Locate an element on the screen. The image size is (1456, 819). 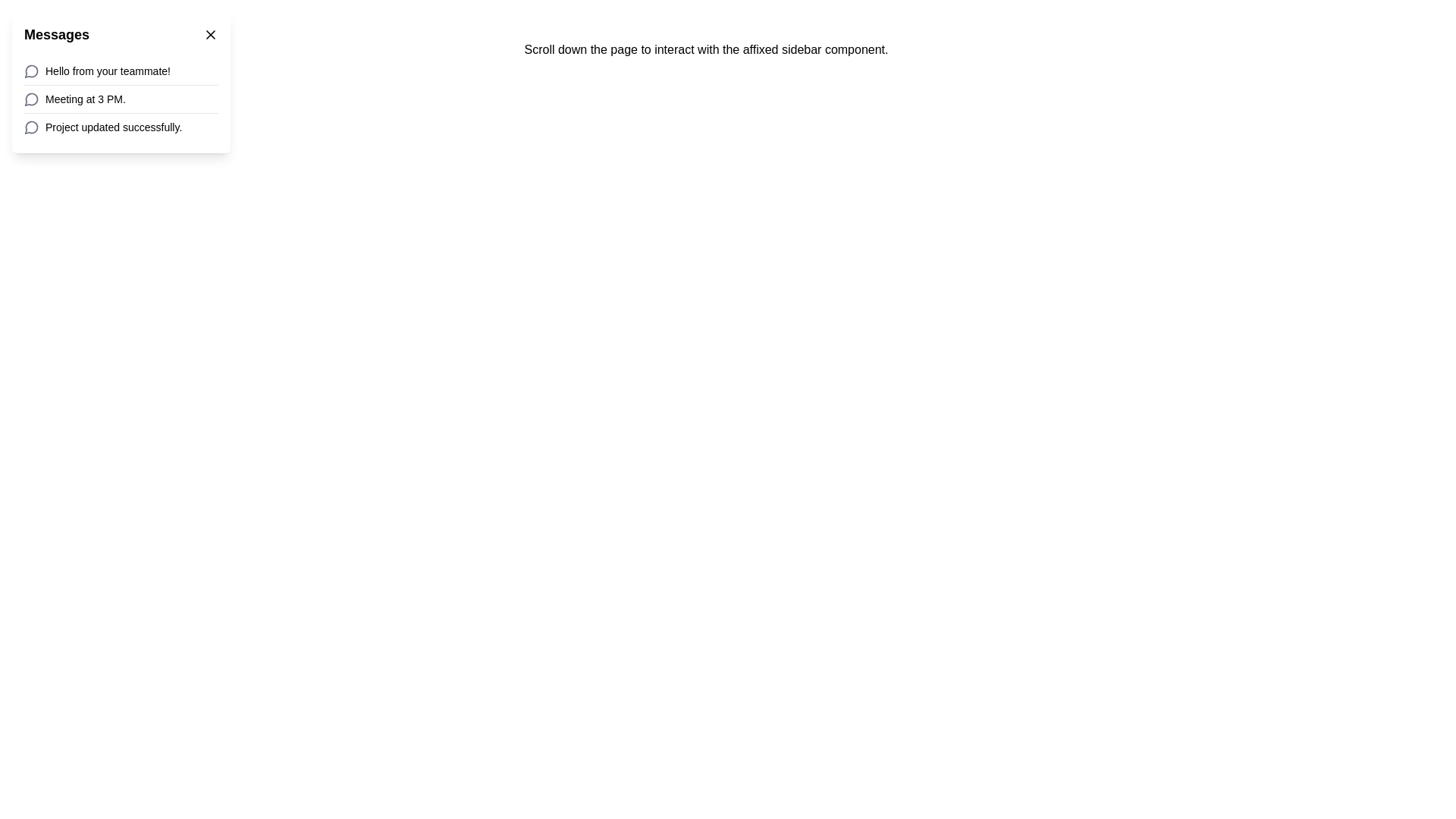
the text snippet that says 'Hello from your teammate!' located in the sidebar beneath the 'Messages' title is located at coordinates (107, 71).